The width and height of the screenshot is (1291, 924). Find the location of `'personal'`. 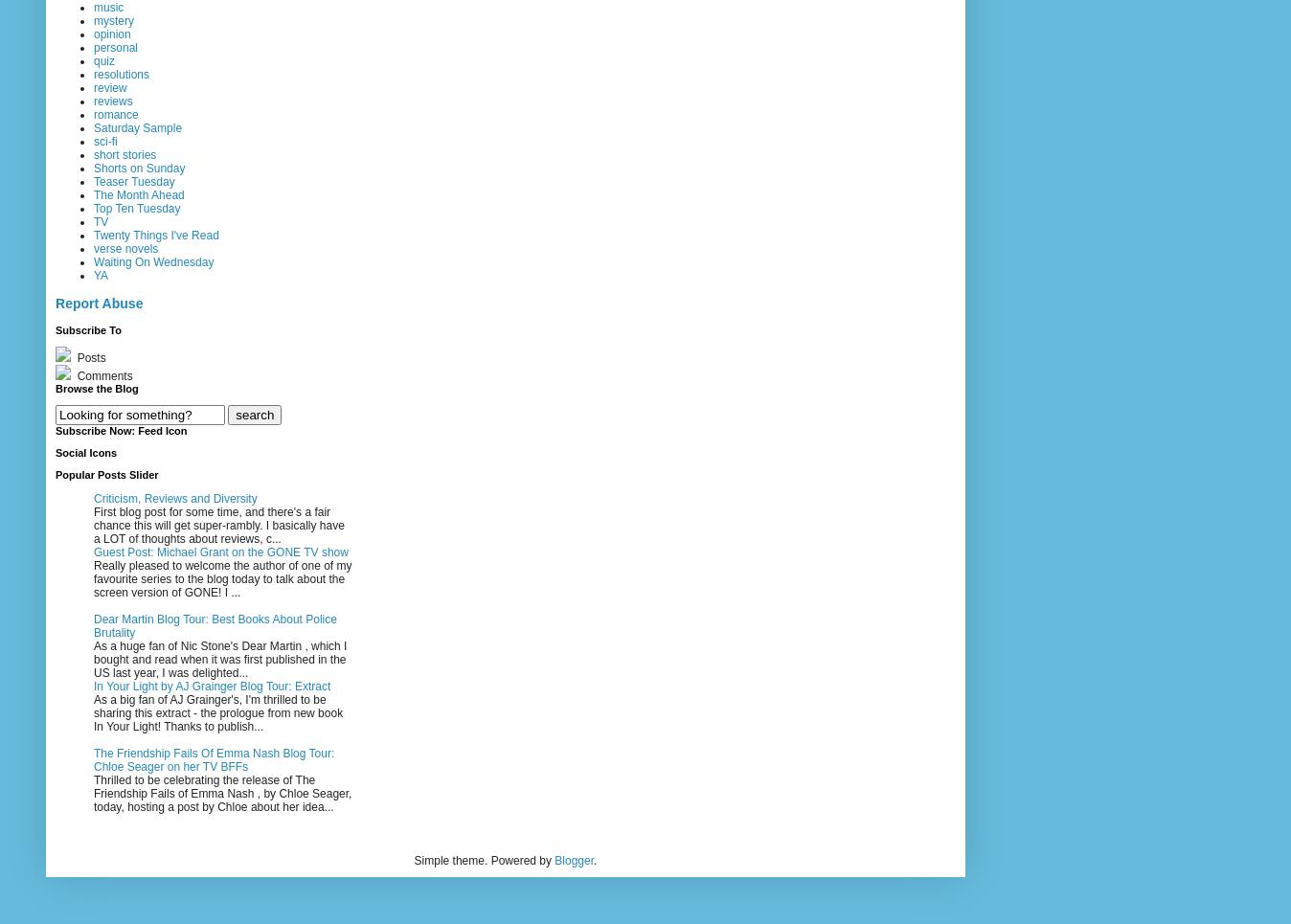

'personal' is located at coordinates (115, 47).